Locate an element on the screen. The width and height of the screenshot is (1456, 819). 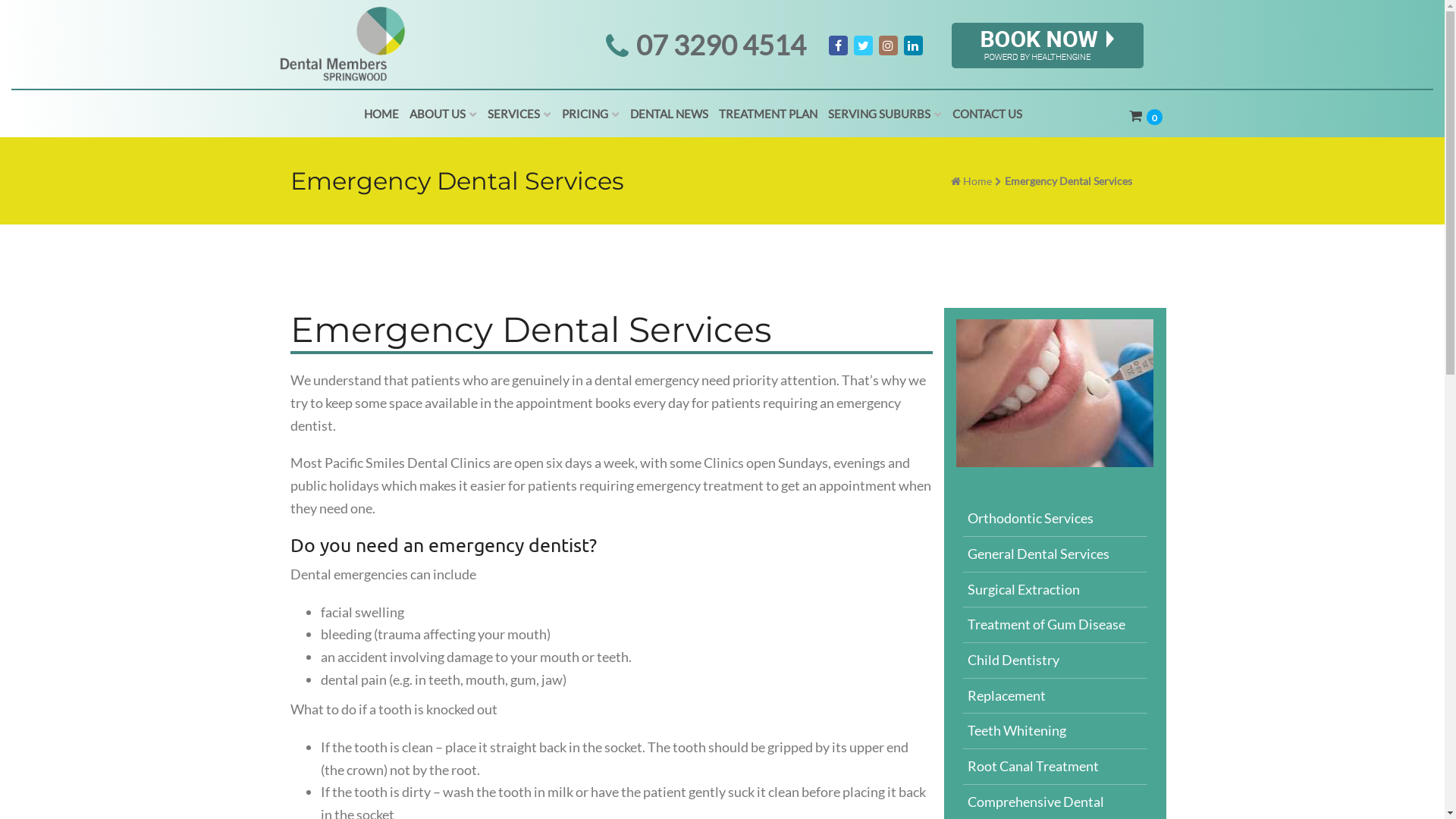
'HOME' is located at coordinates (381, 113).